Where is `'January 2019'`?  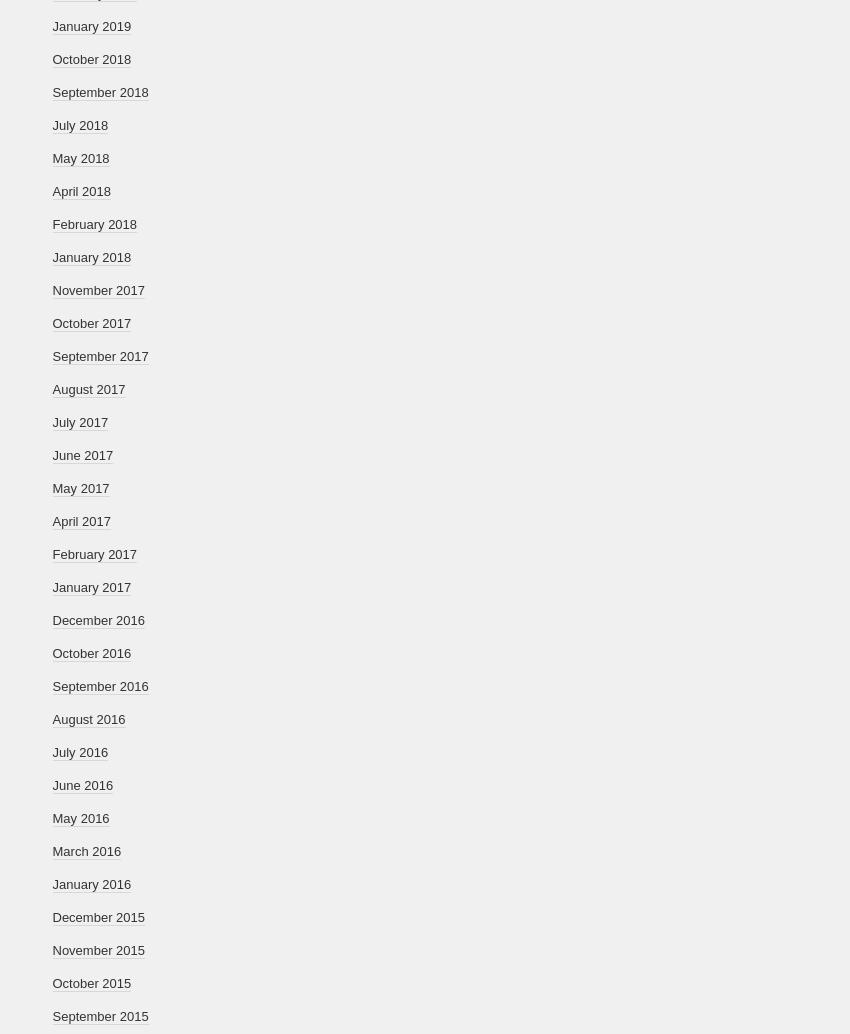
'January 2019' is located at coordinates (90, 26).